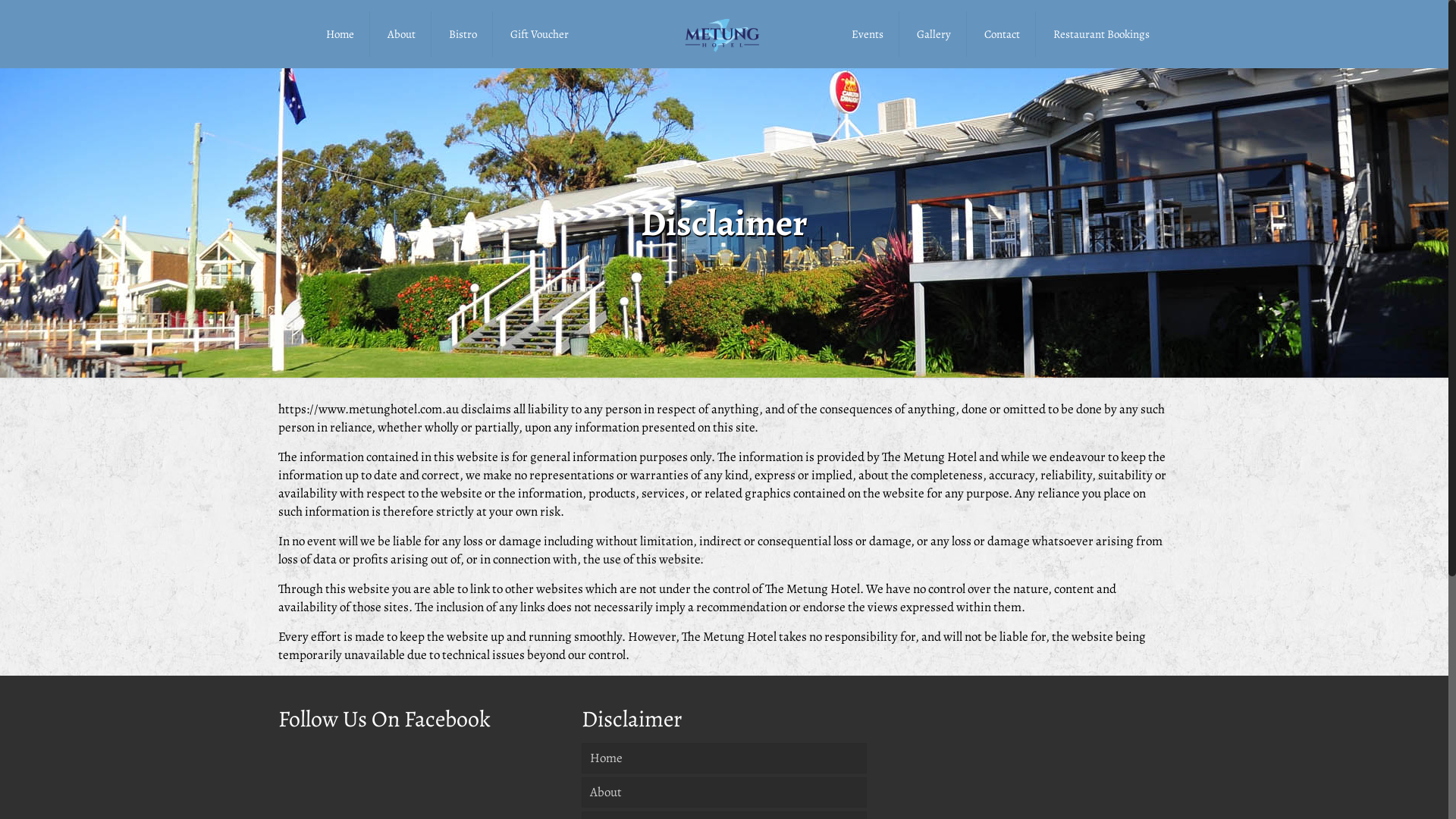 The width and height of the screenshot is (1456, 819). I want to click on 'Home', so click(723, 758).